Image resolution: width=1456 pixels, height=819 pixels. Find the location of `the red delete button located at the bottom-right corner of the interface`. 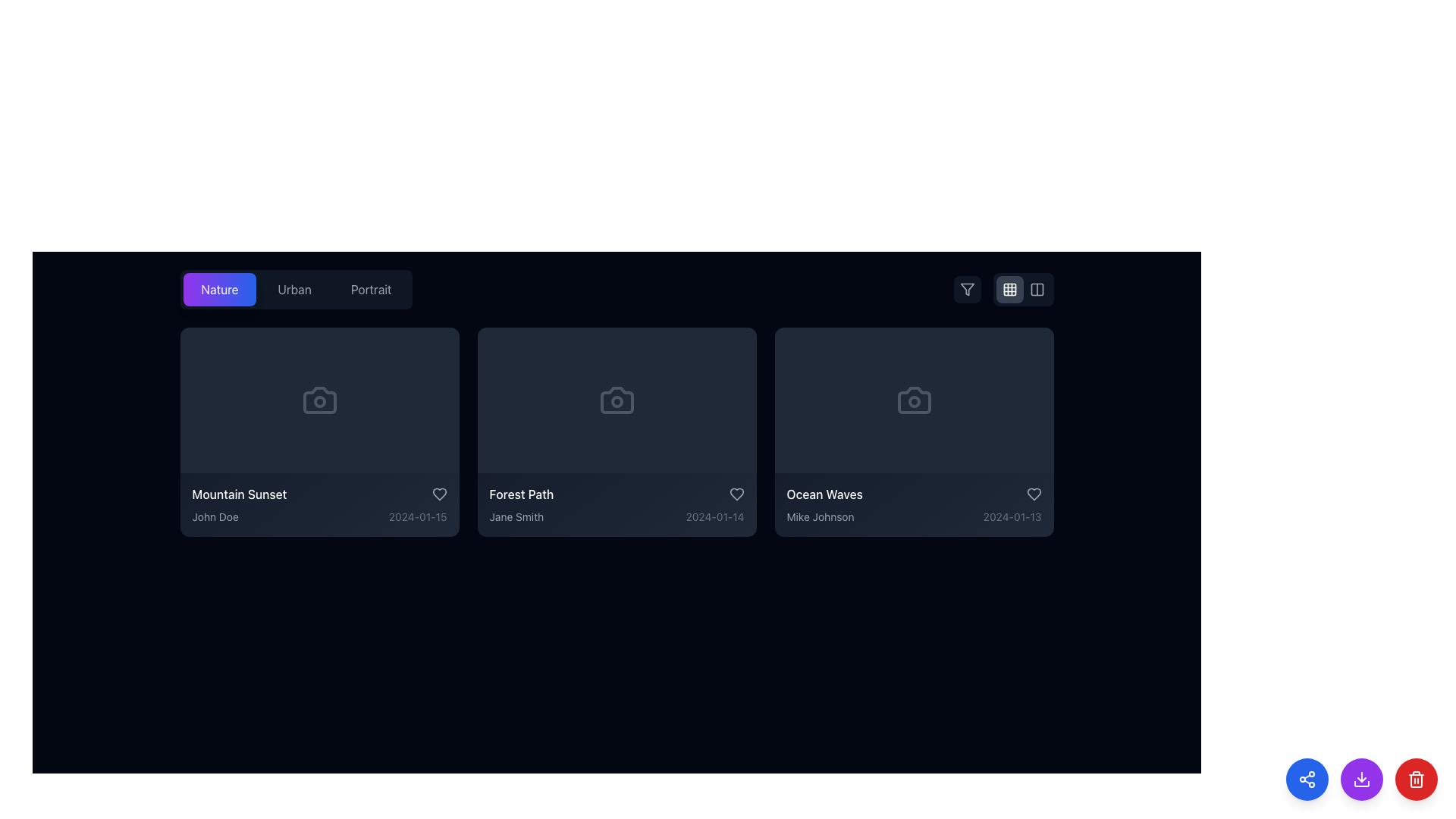

the red delete button located at the bottom-right corner of the interface is located at coordinates (1415, 780).